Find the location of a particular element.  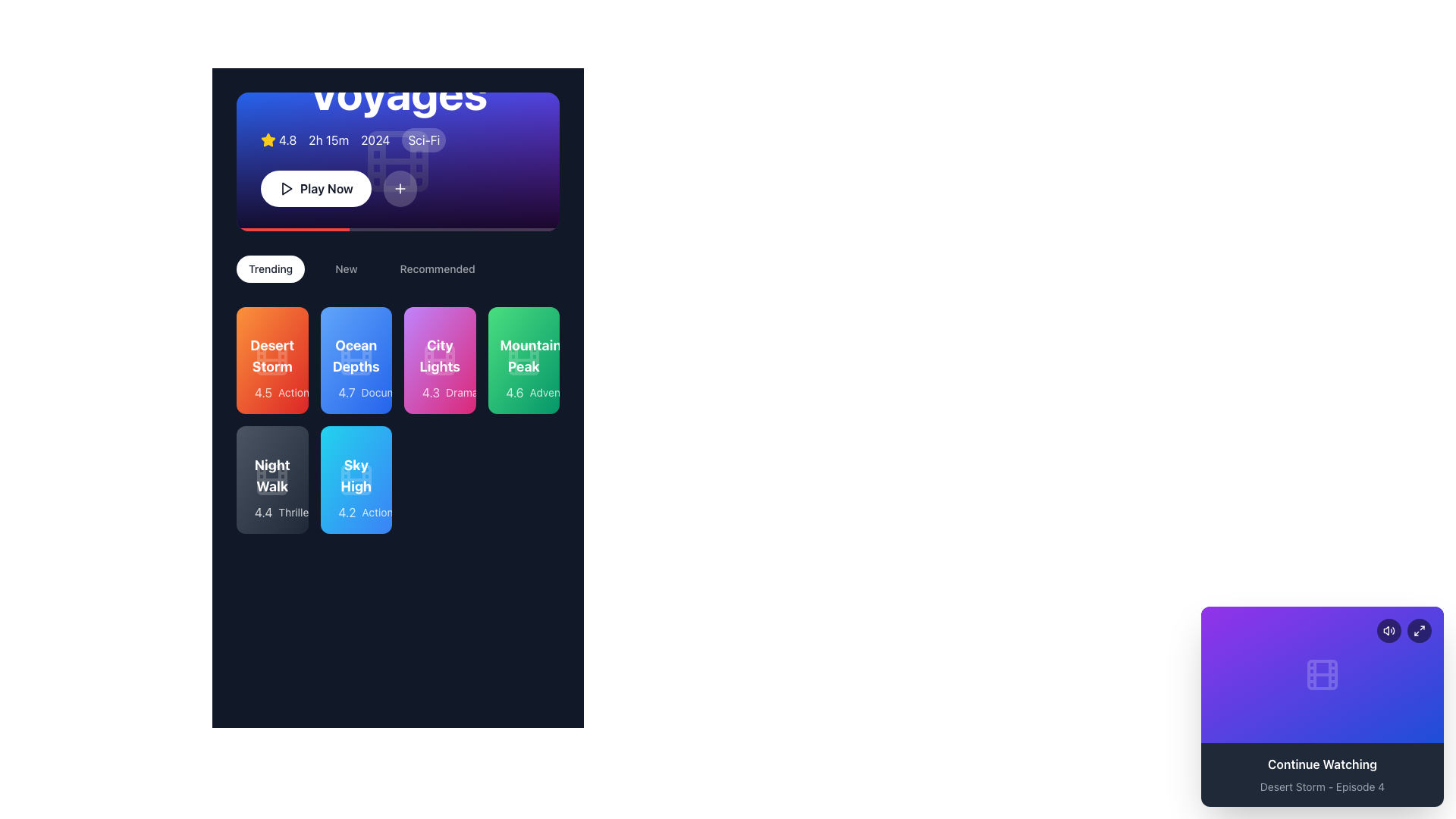

the rating and genre descriptor element containing a star icon, the text '4.2', and the label 'Action' within the blue background card labeled 'Sky High' is located at coordinates (355, 512).